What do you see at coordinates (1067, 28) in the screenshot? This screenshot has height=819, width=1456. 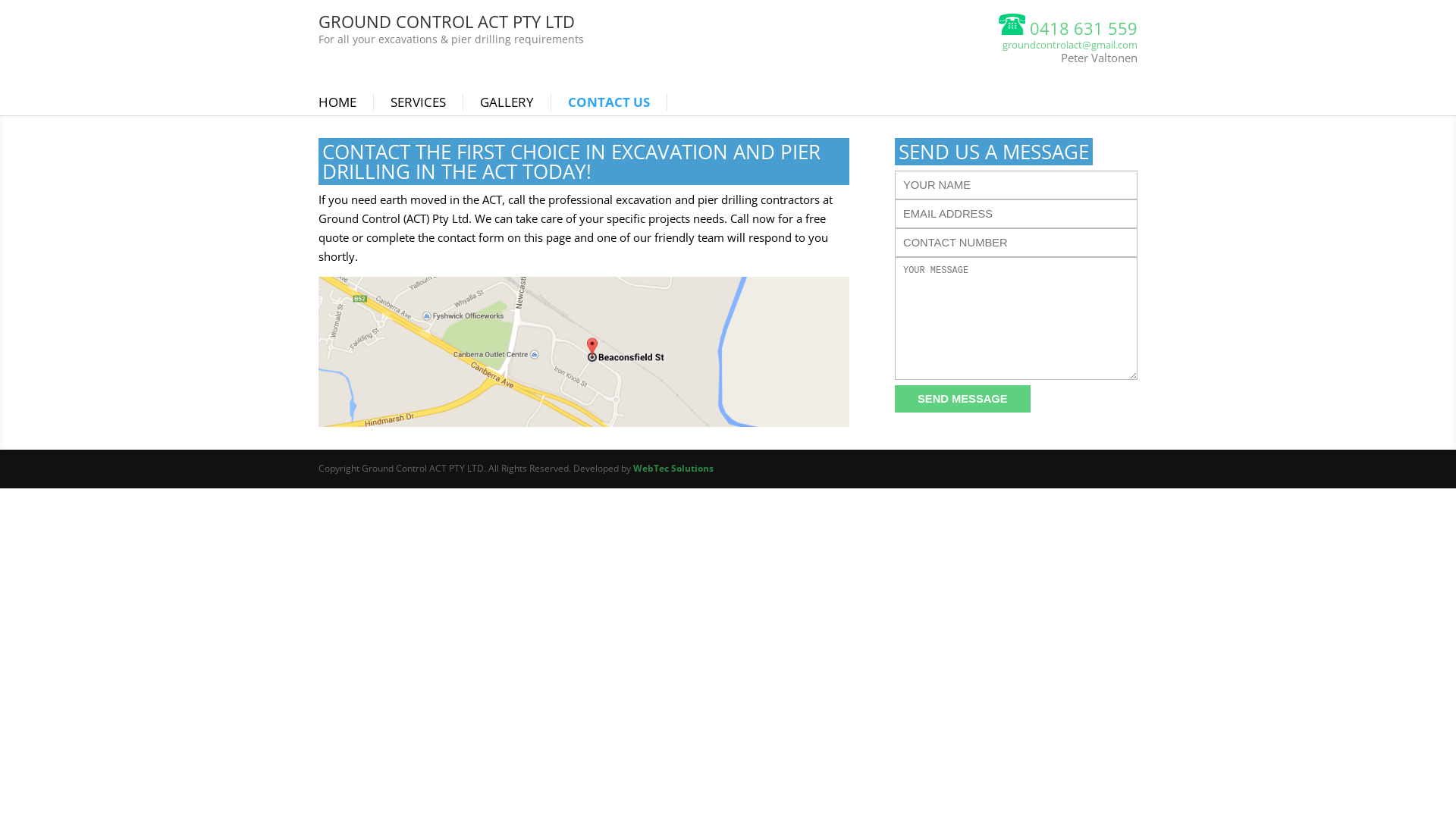 I see `'0418 631 559'` at bounding box center [1067, 28].